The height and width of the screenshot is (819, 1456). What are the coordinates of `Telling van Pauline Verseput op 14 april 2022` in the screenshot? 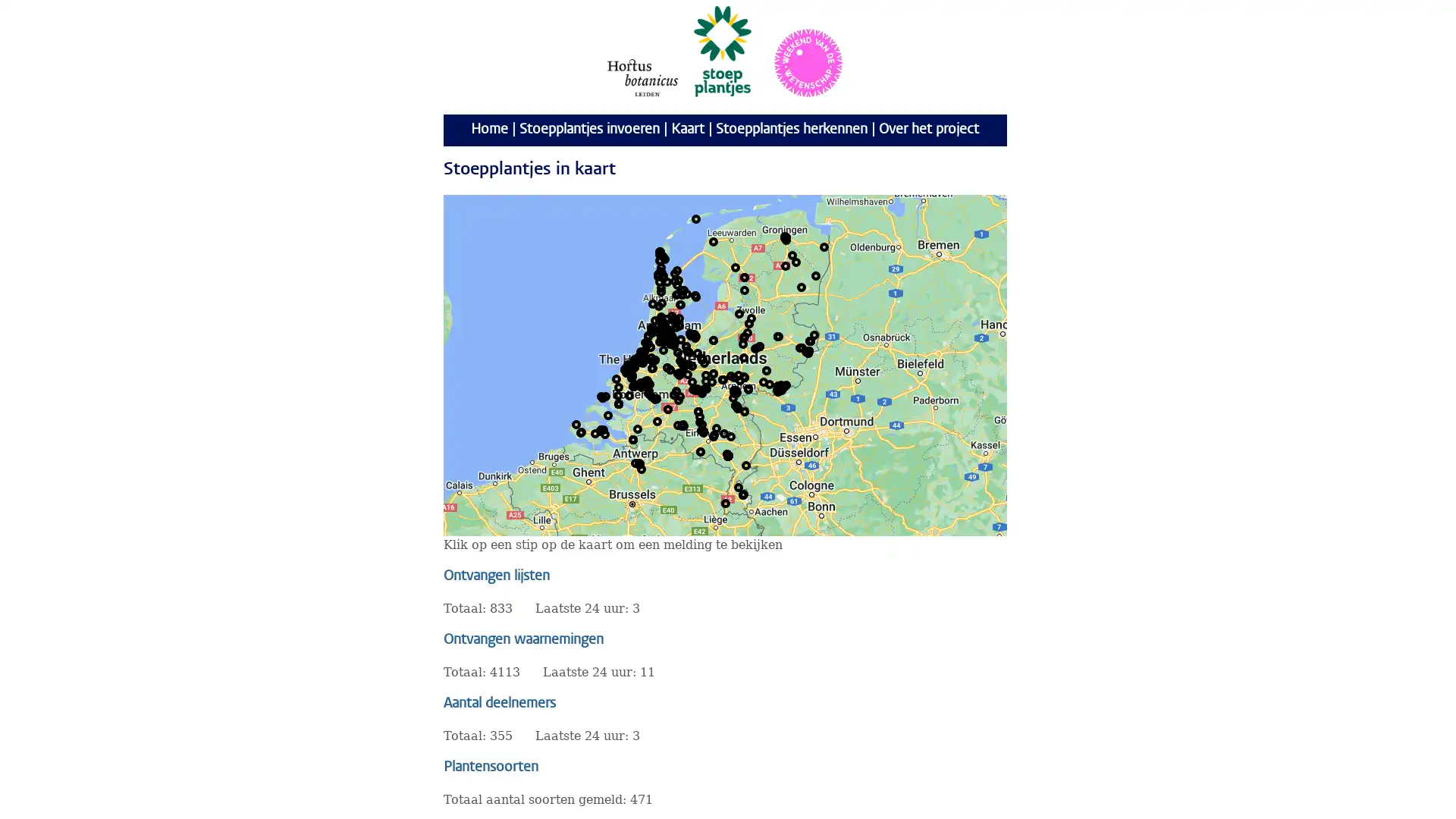 It's located at (669, 333).